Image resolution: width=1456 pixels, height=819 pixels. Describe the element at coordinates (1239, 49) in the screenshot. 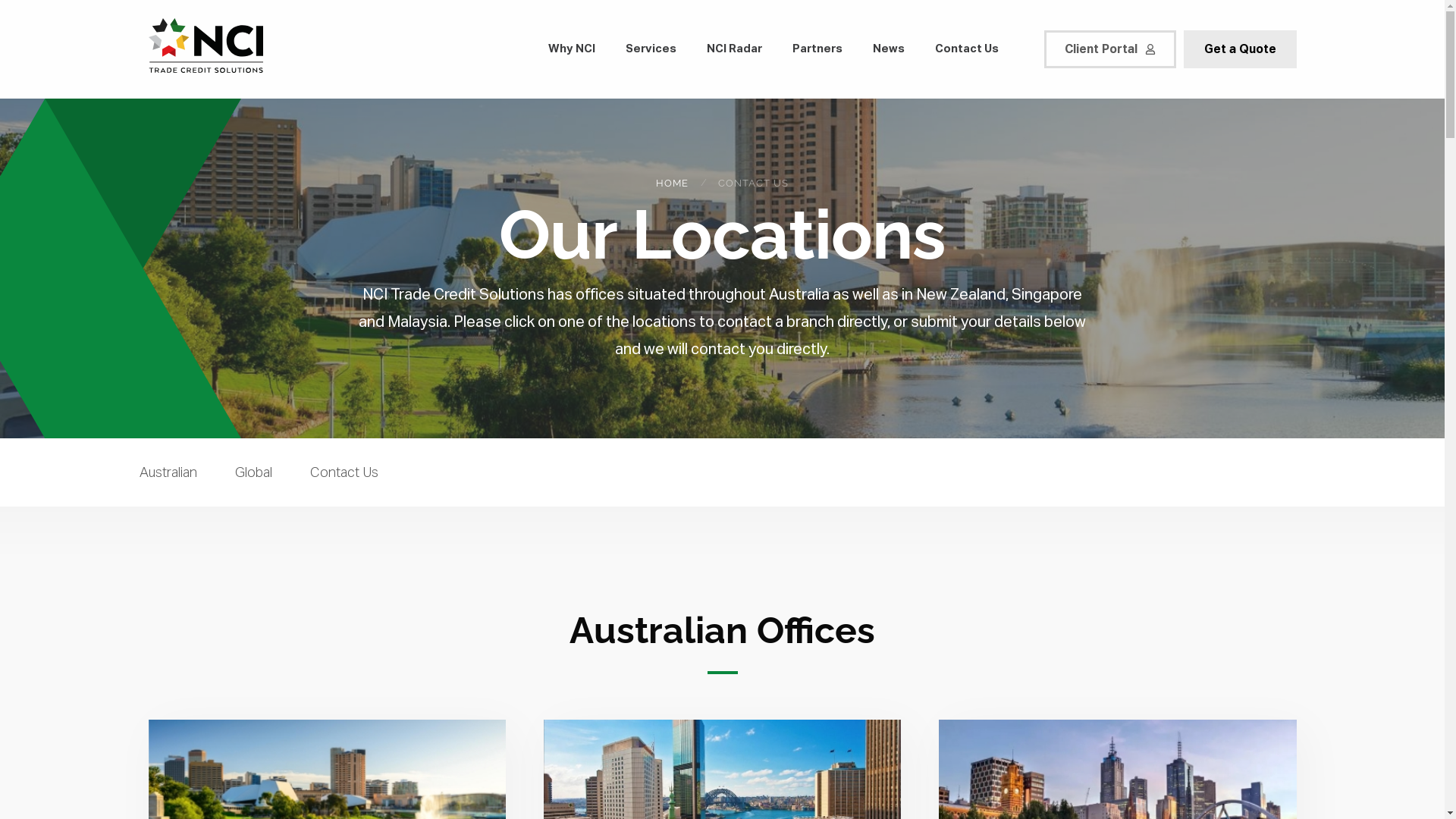

I see `'Get a Quote'` at that location.